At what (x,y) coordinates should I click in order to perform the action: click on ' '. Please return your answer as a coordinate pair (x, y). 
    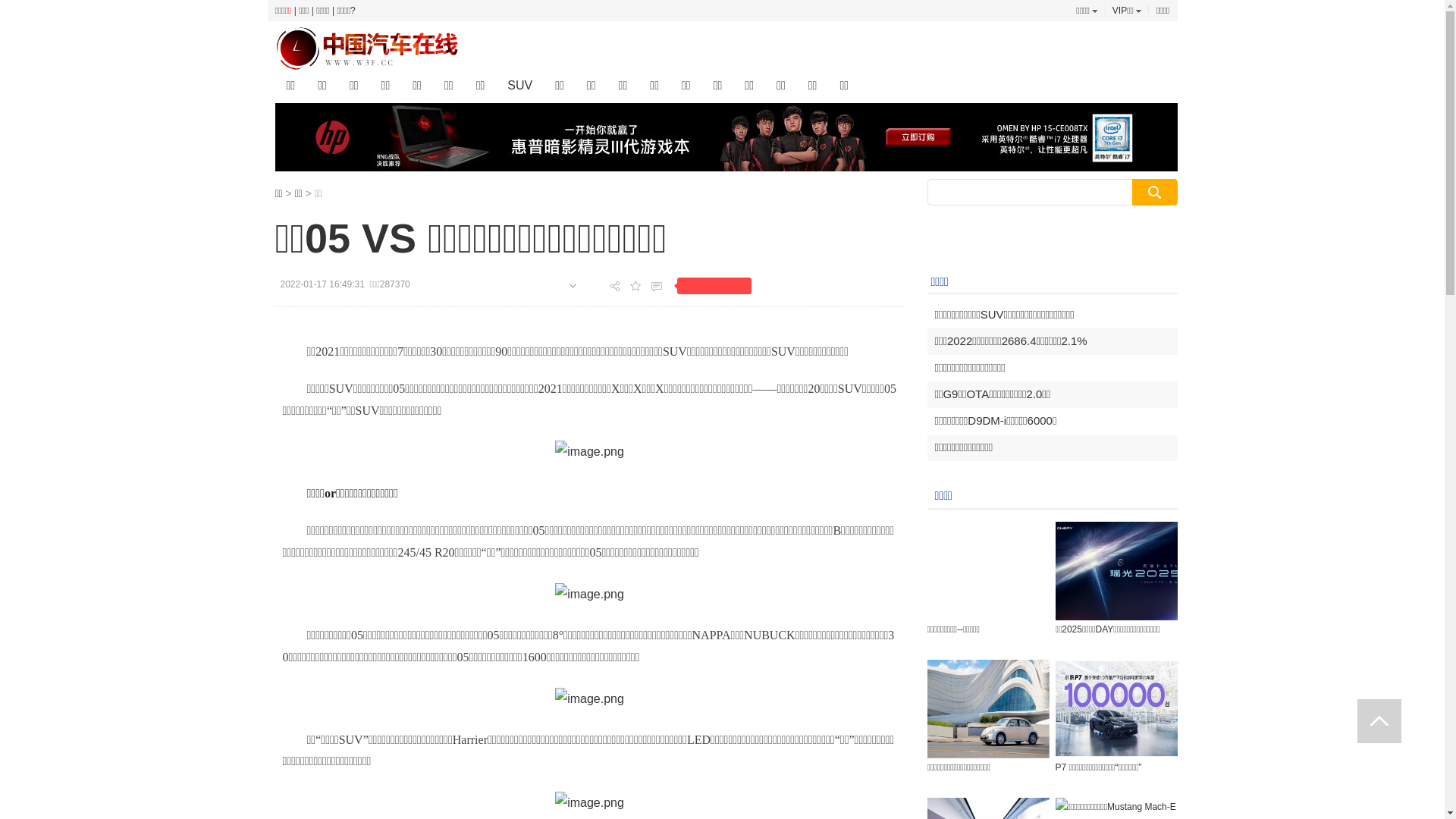
    Looking at the image, I should click on (1379, 720).